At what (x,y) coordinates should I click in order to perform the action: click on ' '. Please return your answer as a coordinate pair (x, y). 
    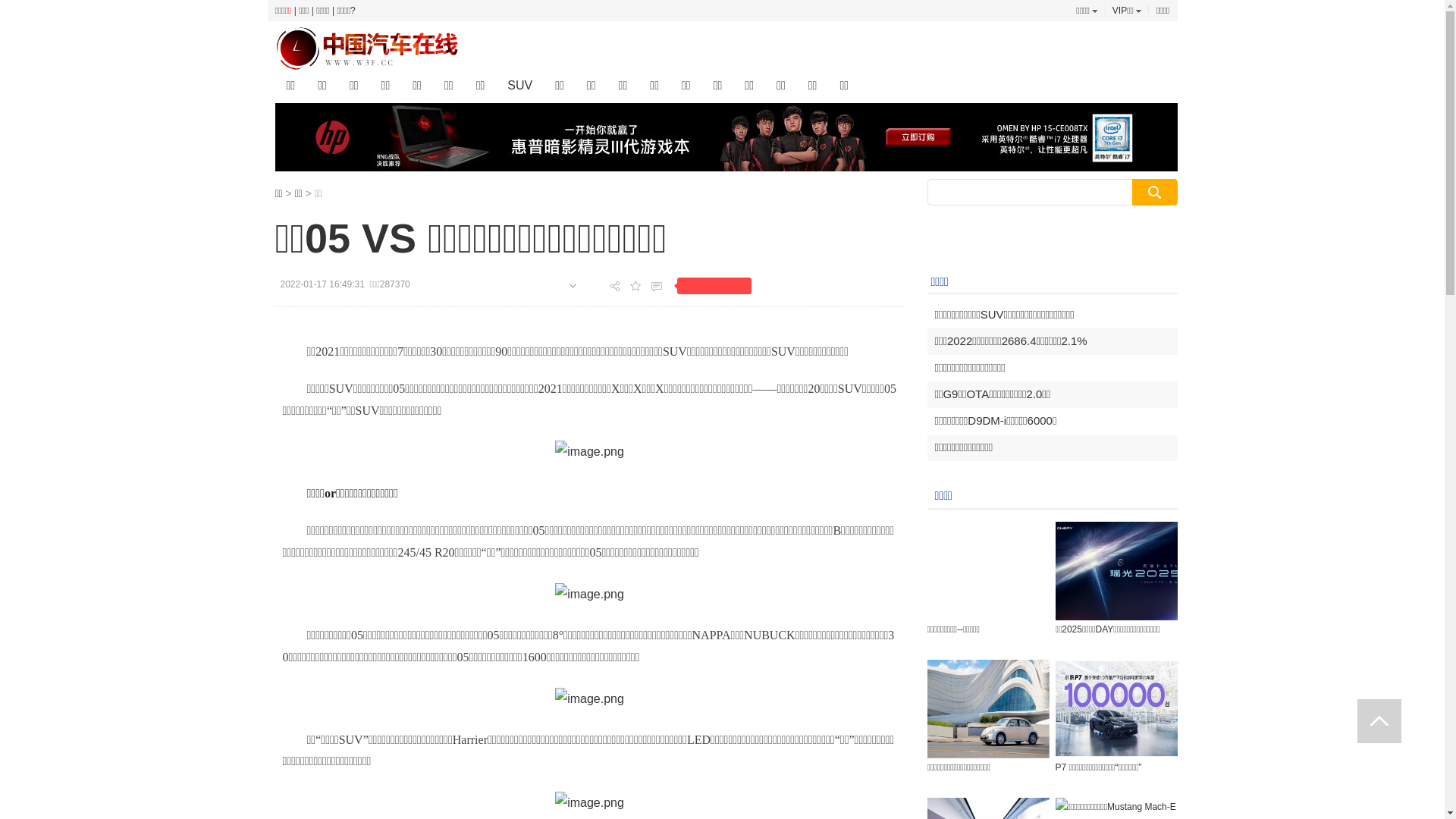
    Looking at the image, I should click on (1379, 720).